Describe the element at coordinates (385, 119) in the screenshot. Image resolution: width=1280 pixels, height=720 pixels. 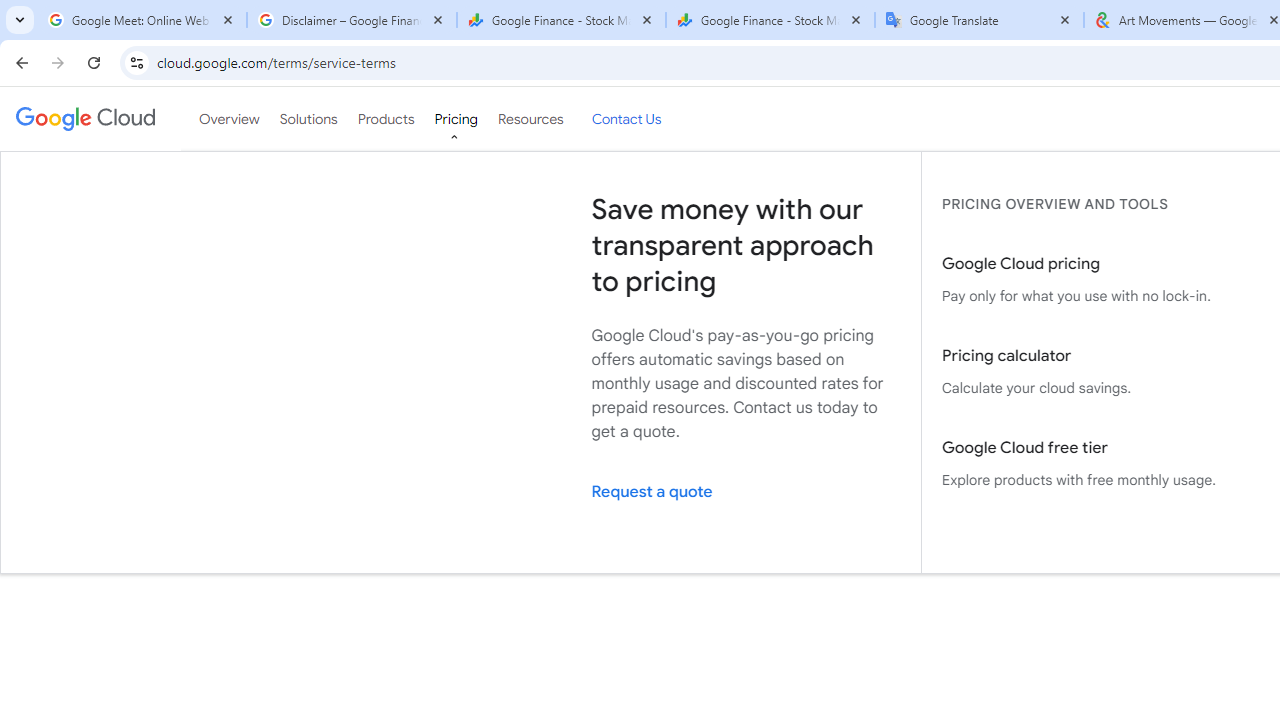
I see `'Products'` at that location.